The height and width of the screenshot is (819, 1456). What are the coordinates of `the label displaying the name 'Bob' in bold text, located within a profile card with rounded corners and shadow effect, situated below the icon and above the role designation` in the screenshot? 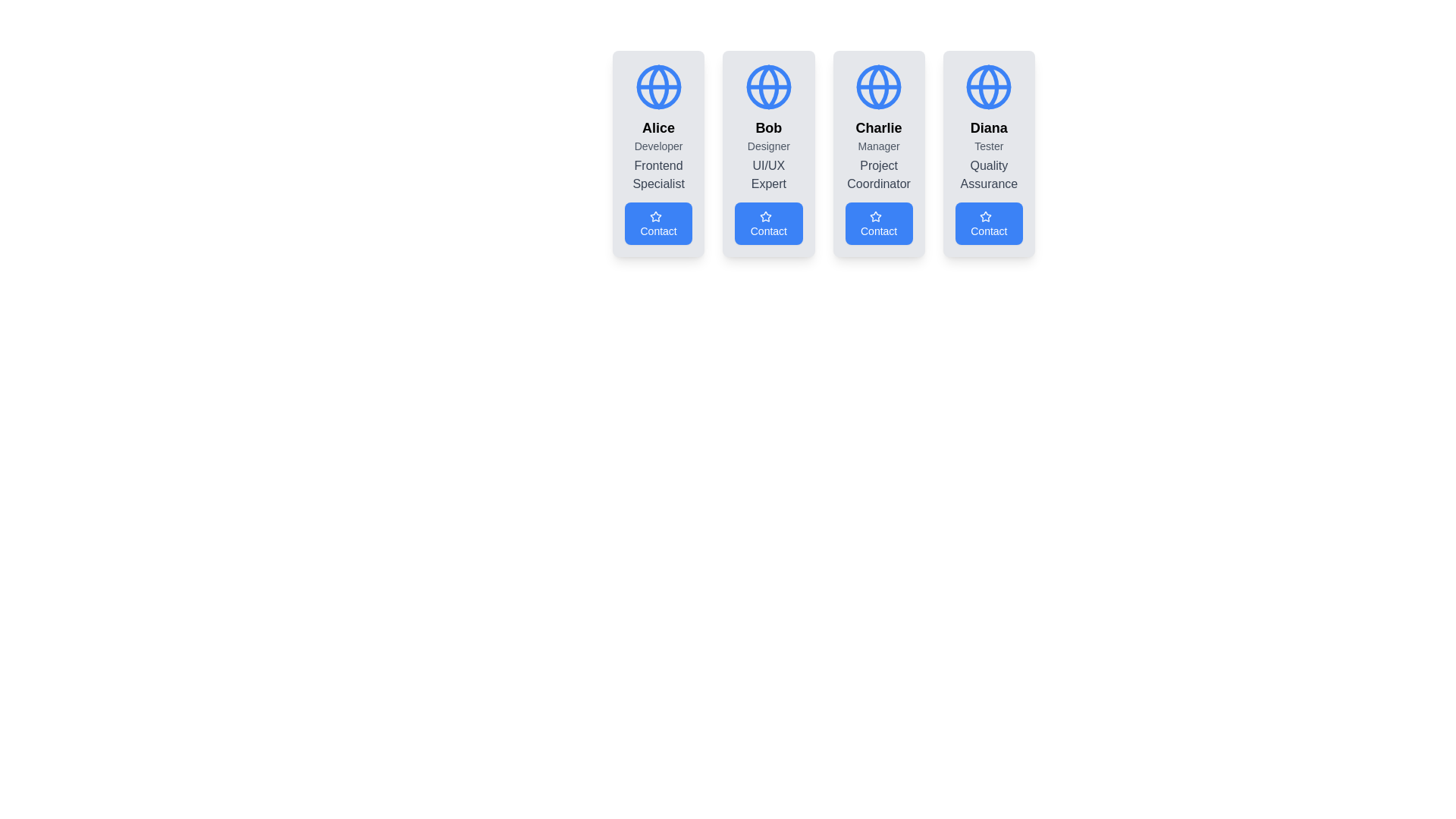 It's located at (768, 127).